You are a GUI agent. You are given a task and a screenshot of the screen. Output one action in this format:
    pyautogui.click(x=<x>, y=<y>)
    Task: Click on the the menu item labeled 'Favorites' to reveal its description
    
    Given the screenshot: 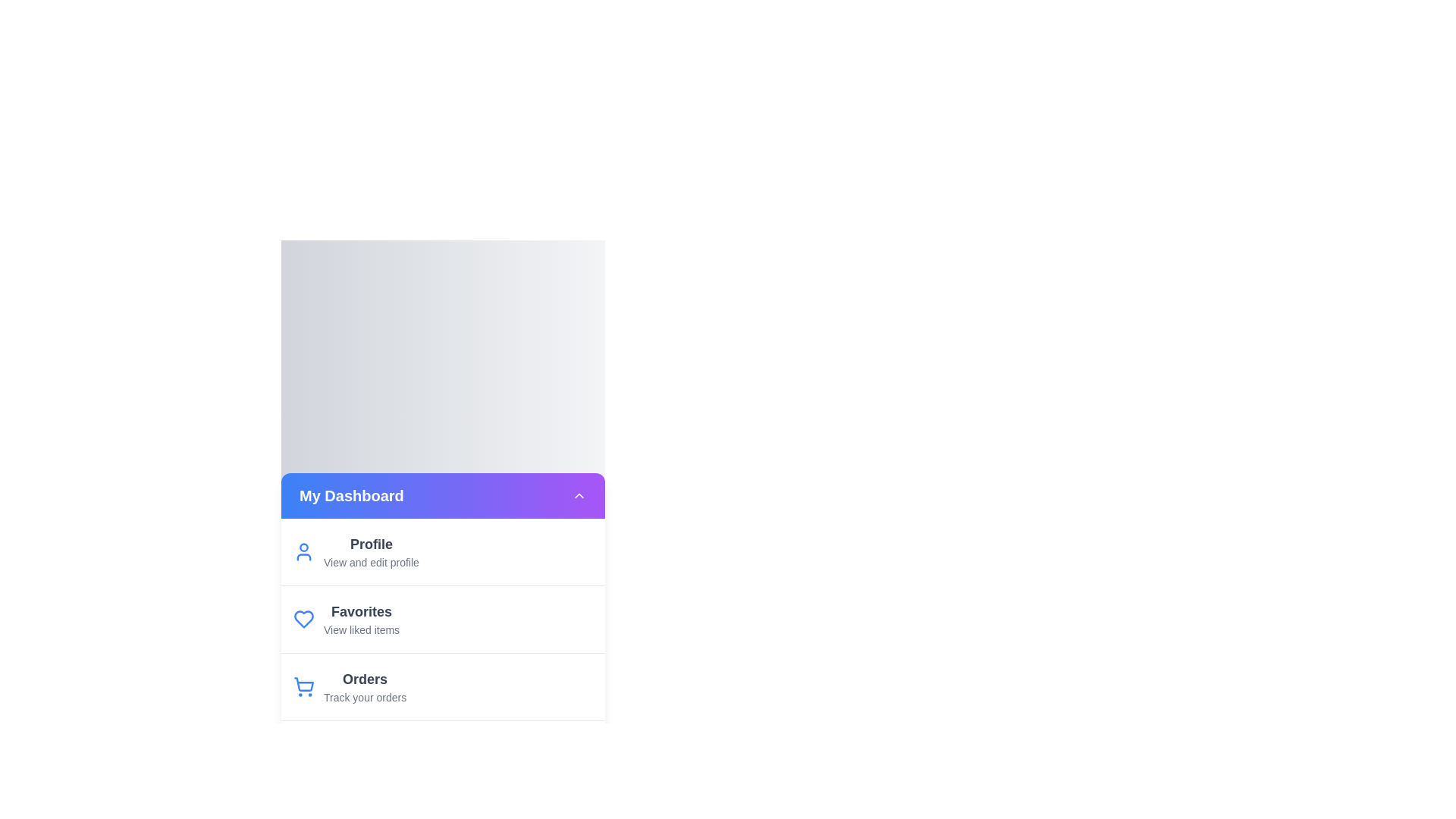 What is the action you would take?
    pyautogui.click(x=361, y=610)
    